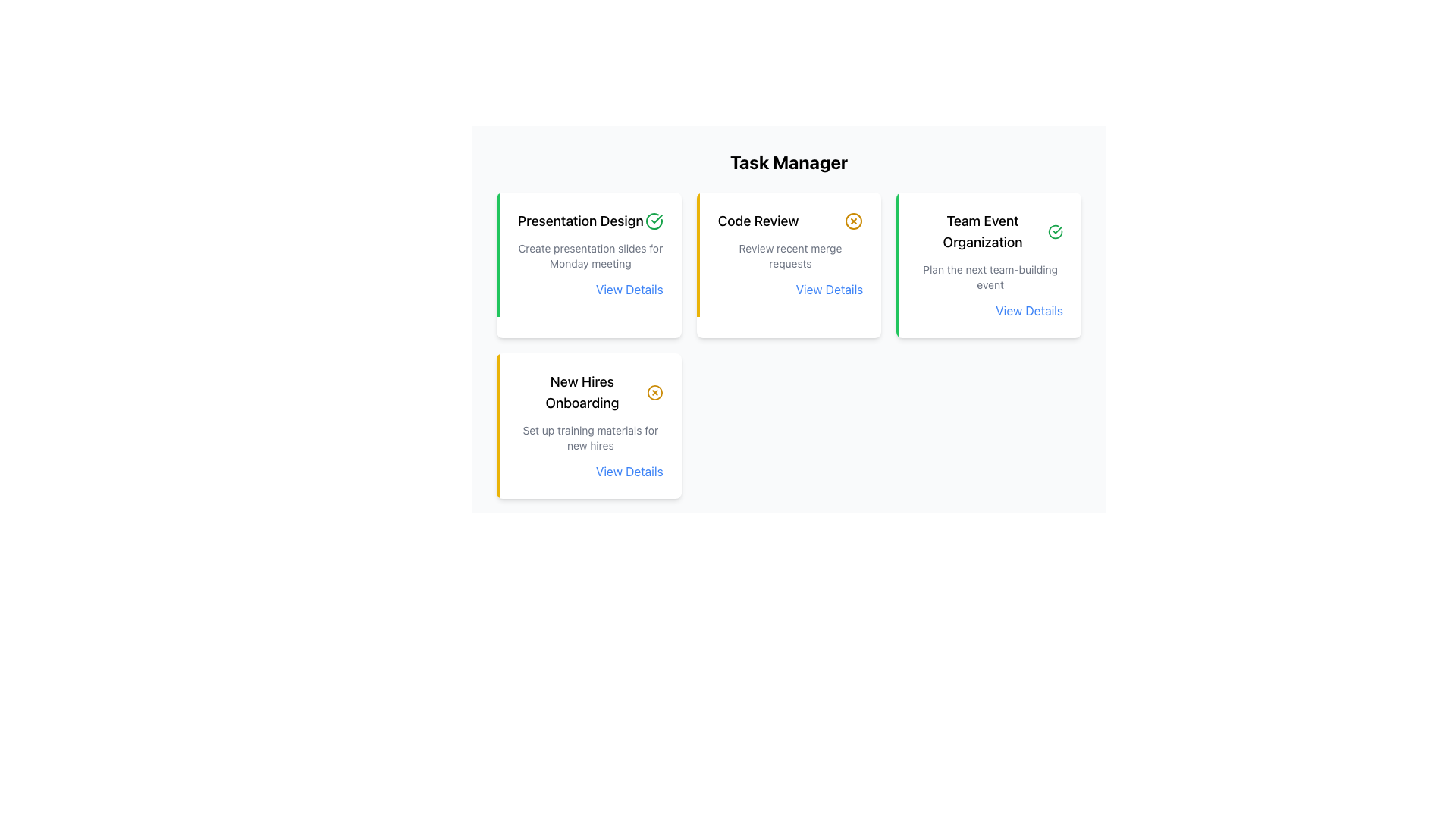  Describe the element at coordinates (829, 289) in the screenshot. I see `the 'View Details' hyperlink located in the lower-right area of the 'Code Review' card in the Task Manager interface` at that location.